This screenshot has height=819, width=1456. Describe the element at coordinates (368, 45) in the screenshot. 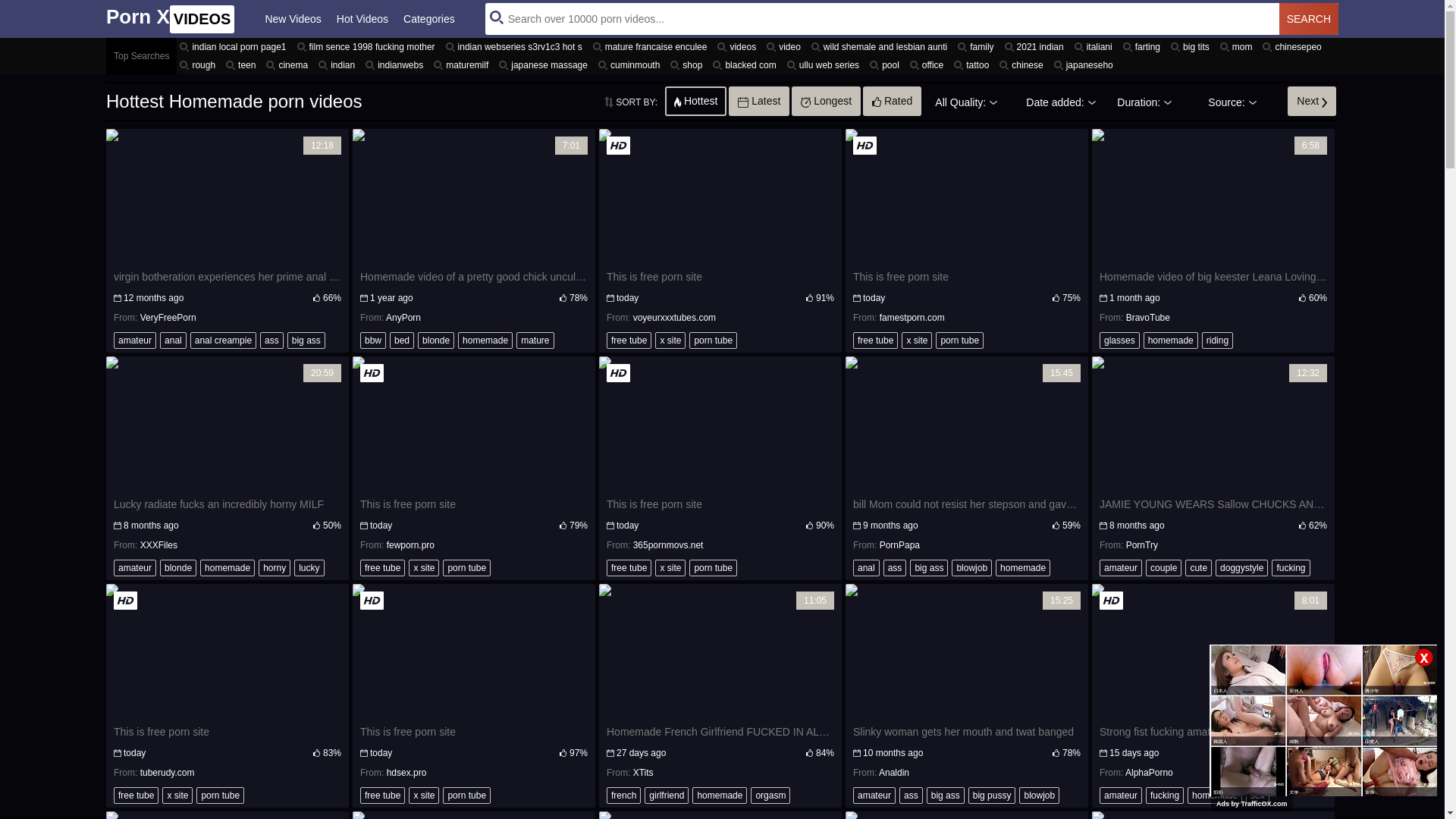

I see `'film sence 1998 fucking mother'` at that location.